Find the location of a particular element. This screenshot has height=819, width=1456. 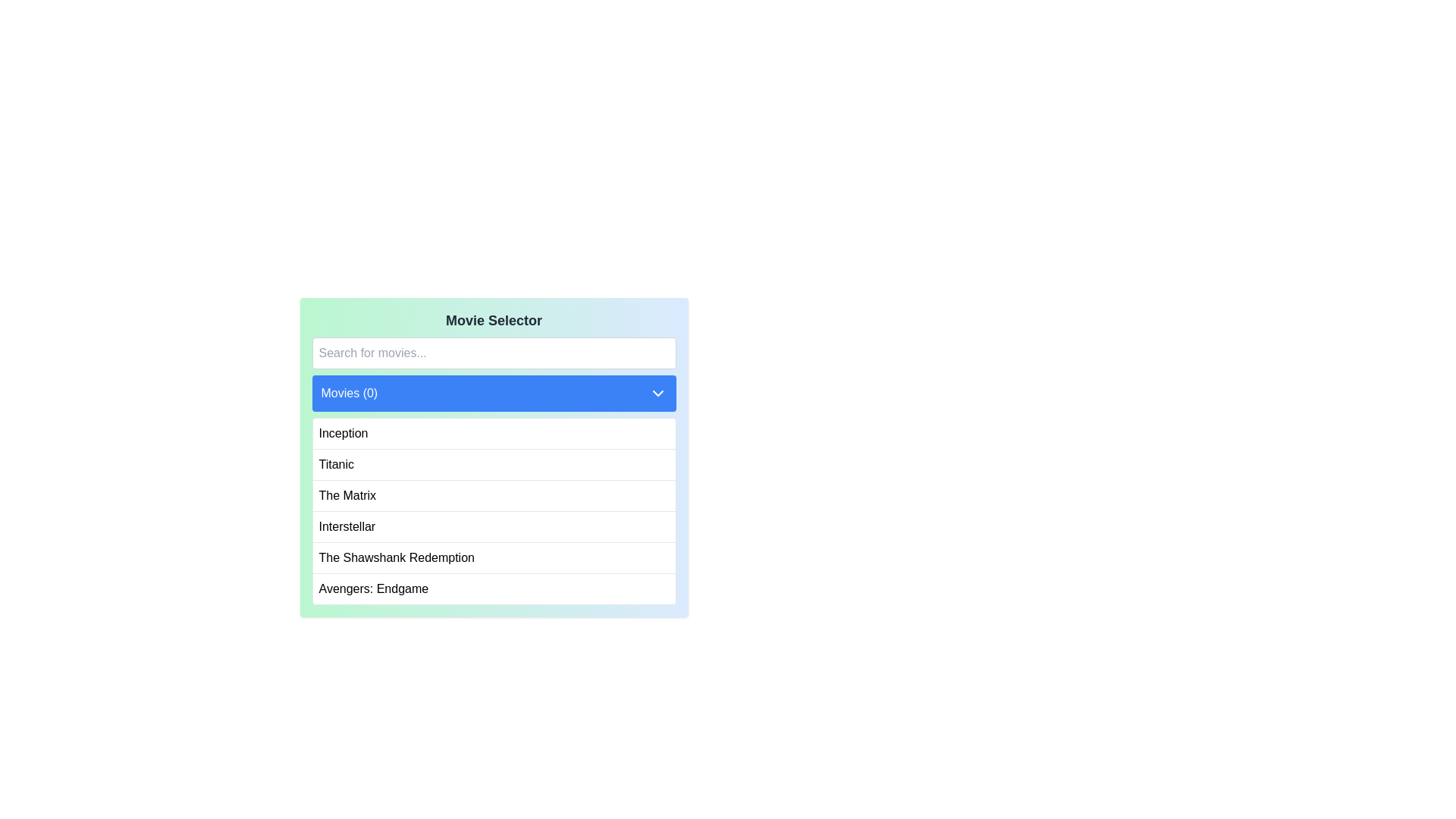

the second item in the movie list is located at coordinates (494, 463).